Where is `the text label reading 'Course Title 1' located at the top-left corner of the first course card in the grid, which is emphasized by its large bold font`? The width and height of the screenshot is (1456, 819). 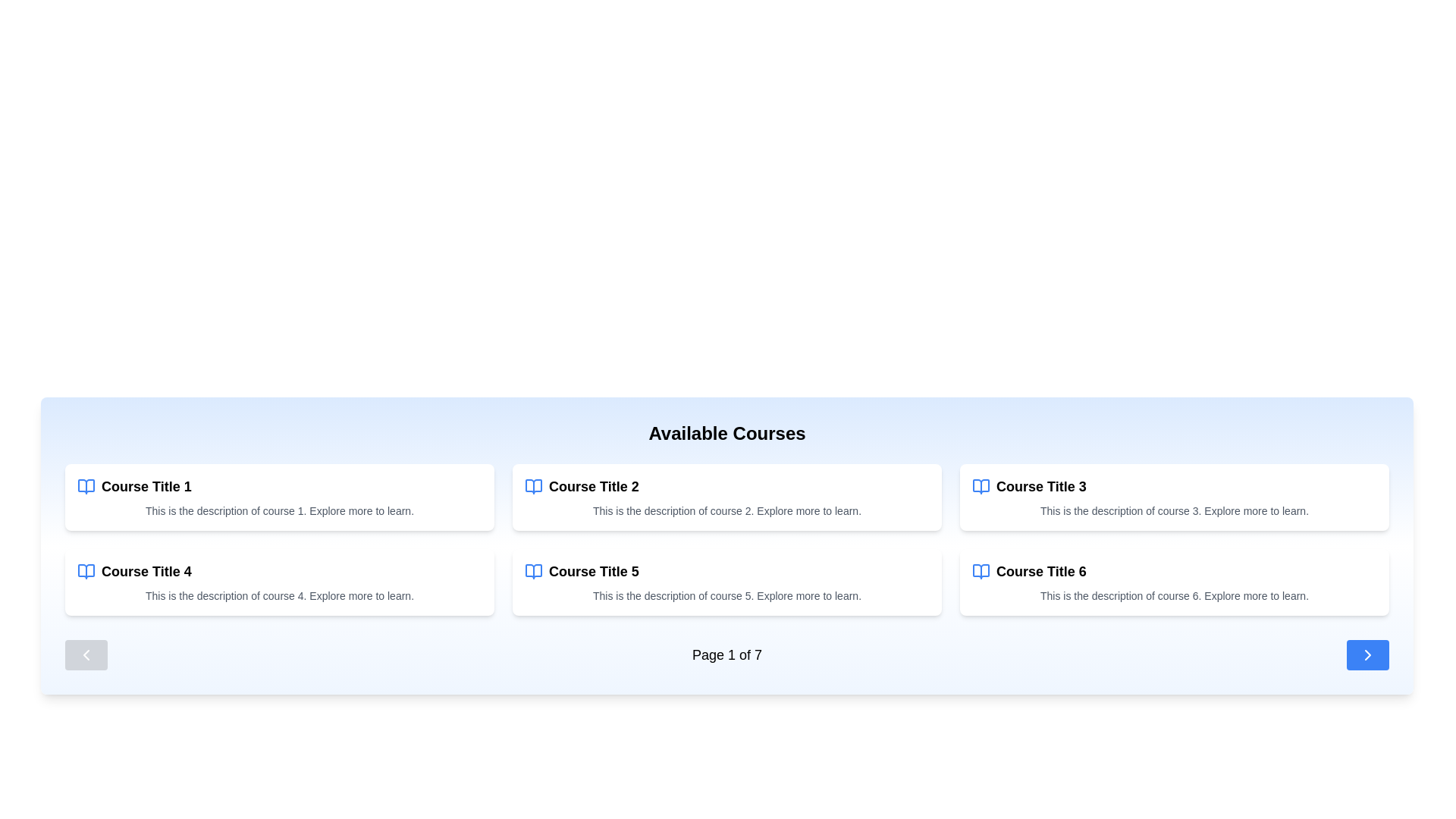
the text label reading 'Course Title 1' located at the top-left corner of the first course card in the grid, which is emphasized by its large bold font is located at coordinates (146, 486).